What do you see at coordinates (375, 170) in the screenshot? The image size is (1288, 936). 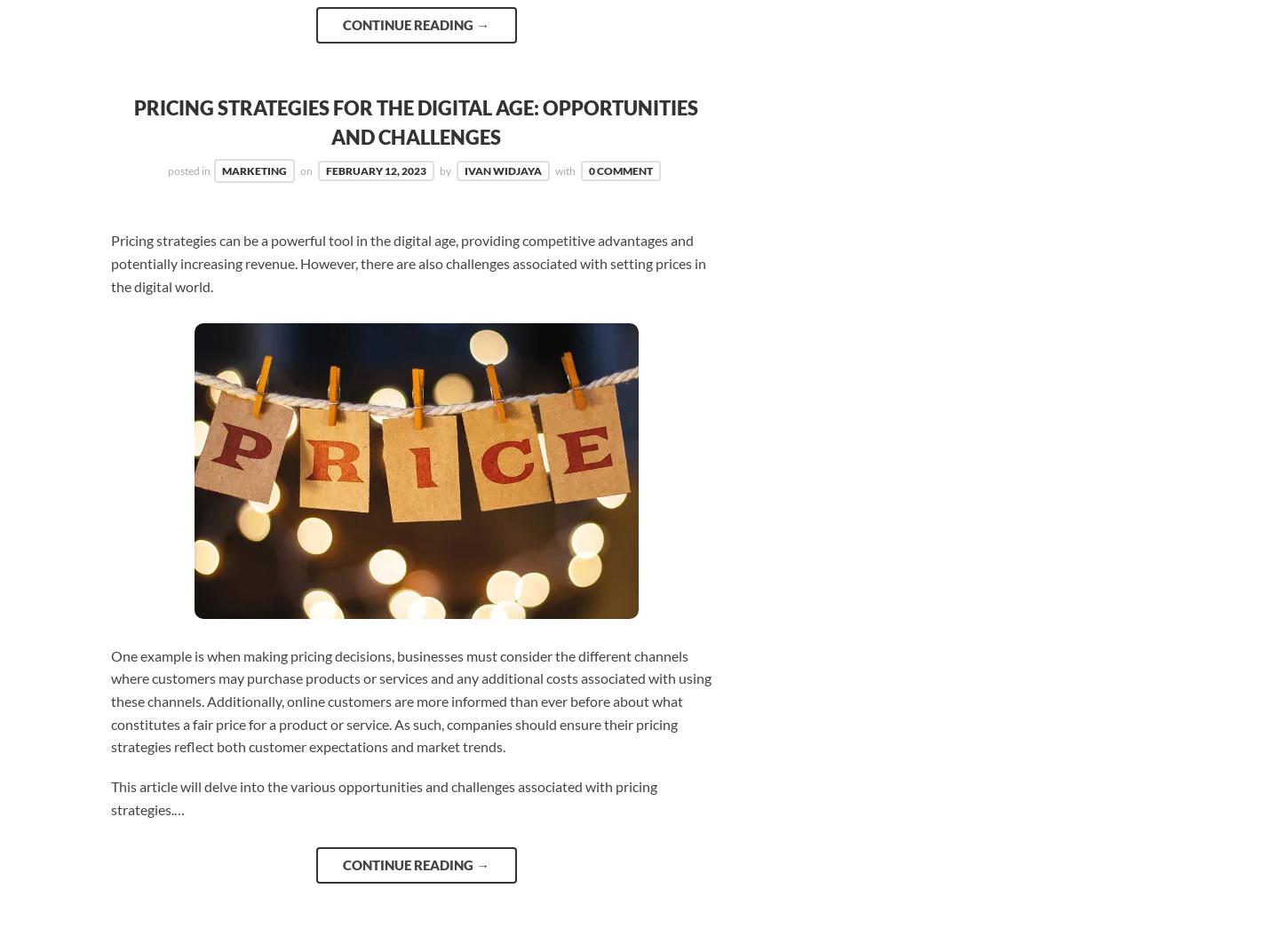 I see `'February 12, 2023'` at bounding box center [375, 170].